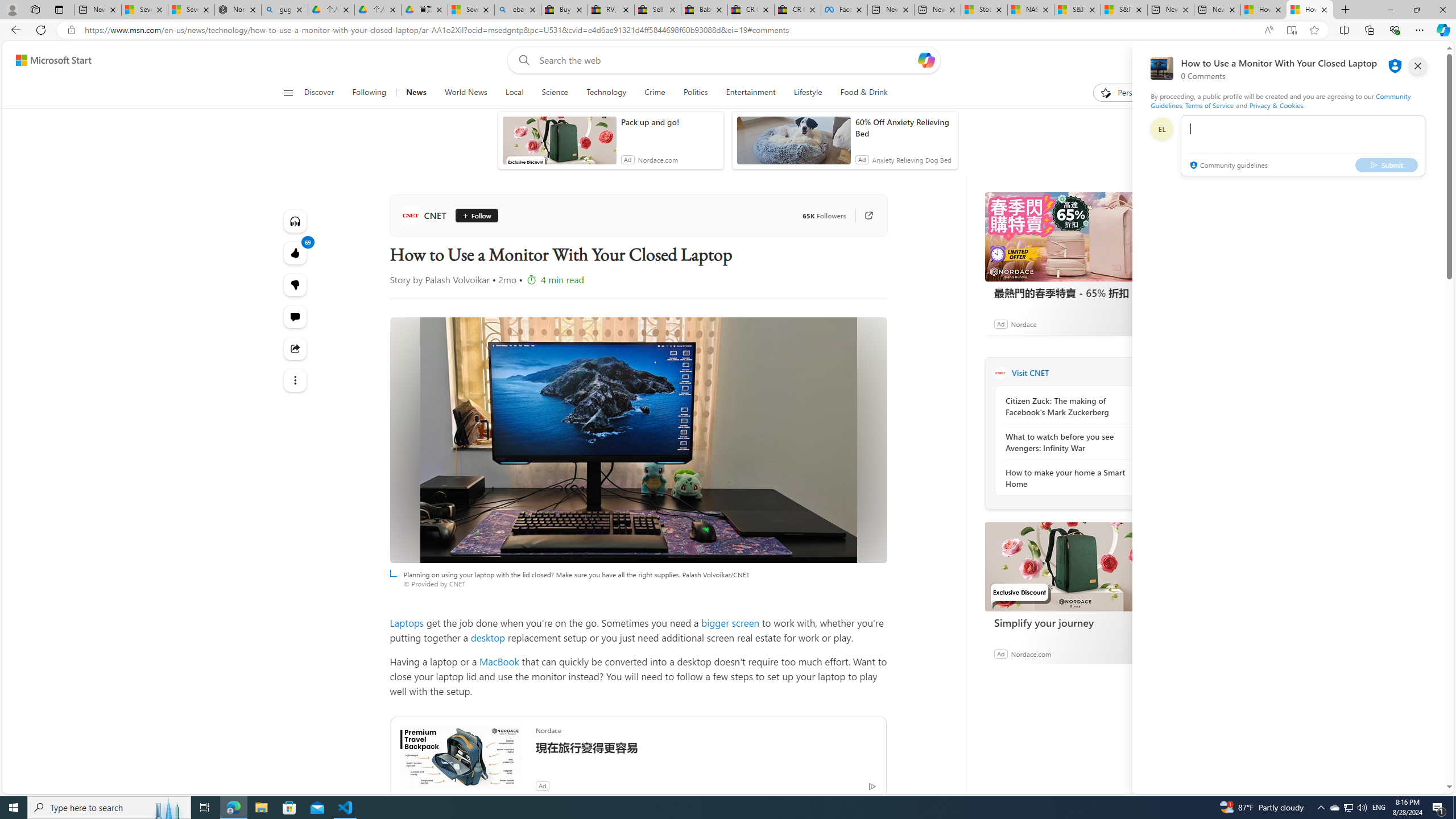 The width and height of the screenshot is (1456, 819). Describe the element at coordinates (295, 253) in the screenshot. I see `'69 Like'` at that location.